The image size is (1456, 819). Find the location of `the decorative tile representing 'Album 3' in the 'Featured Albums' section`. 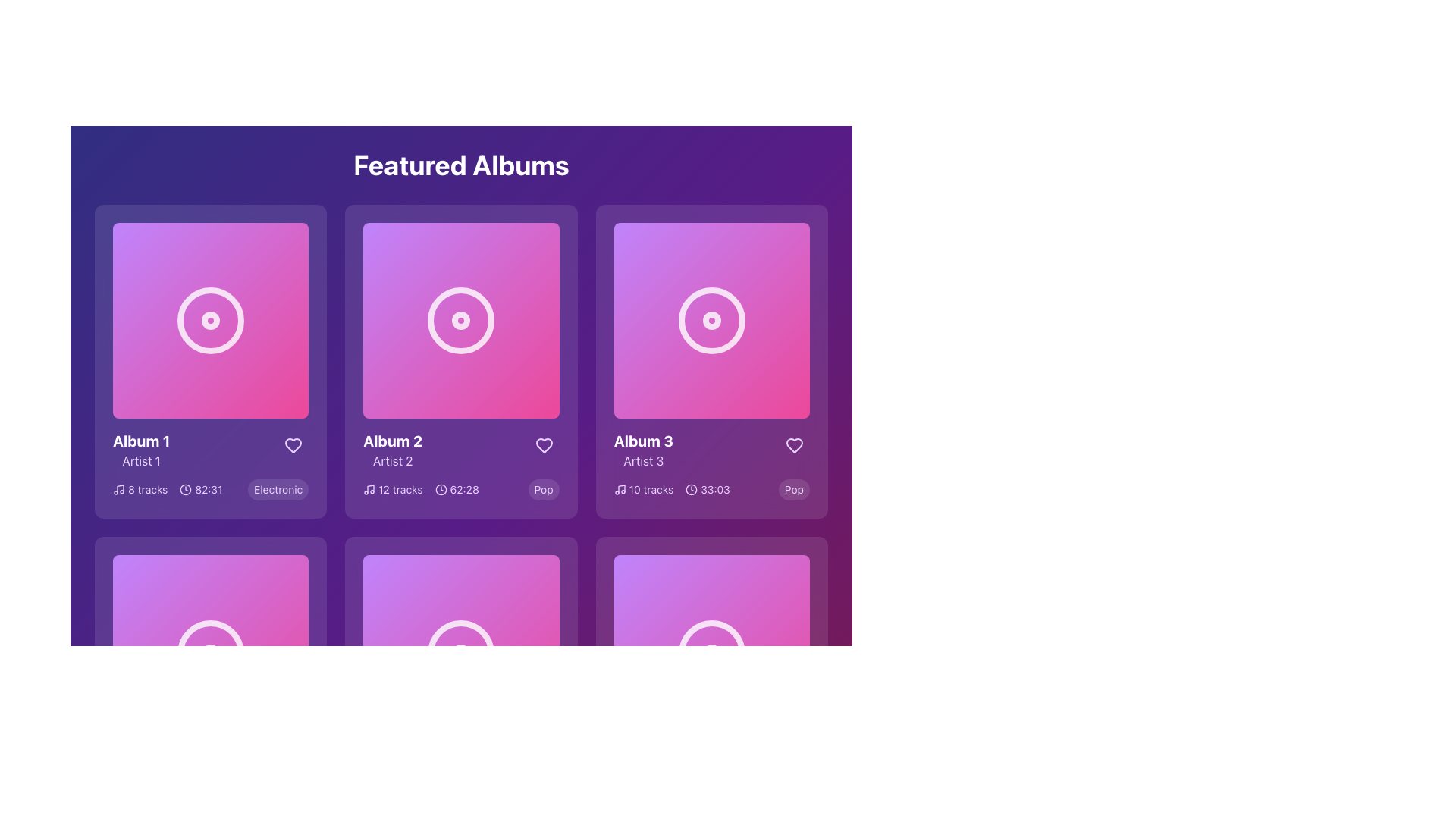

the decorative tile representing 'Album 3' in the 'Featured Albums' section is located at coordinates (711, 320).